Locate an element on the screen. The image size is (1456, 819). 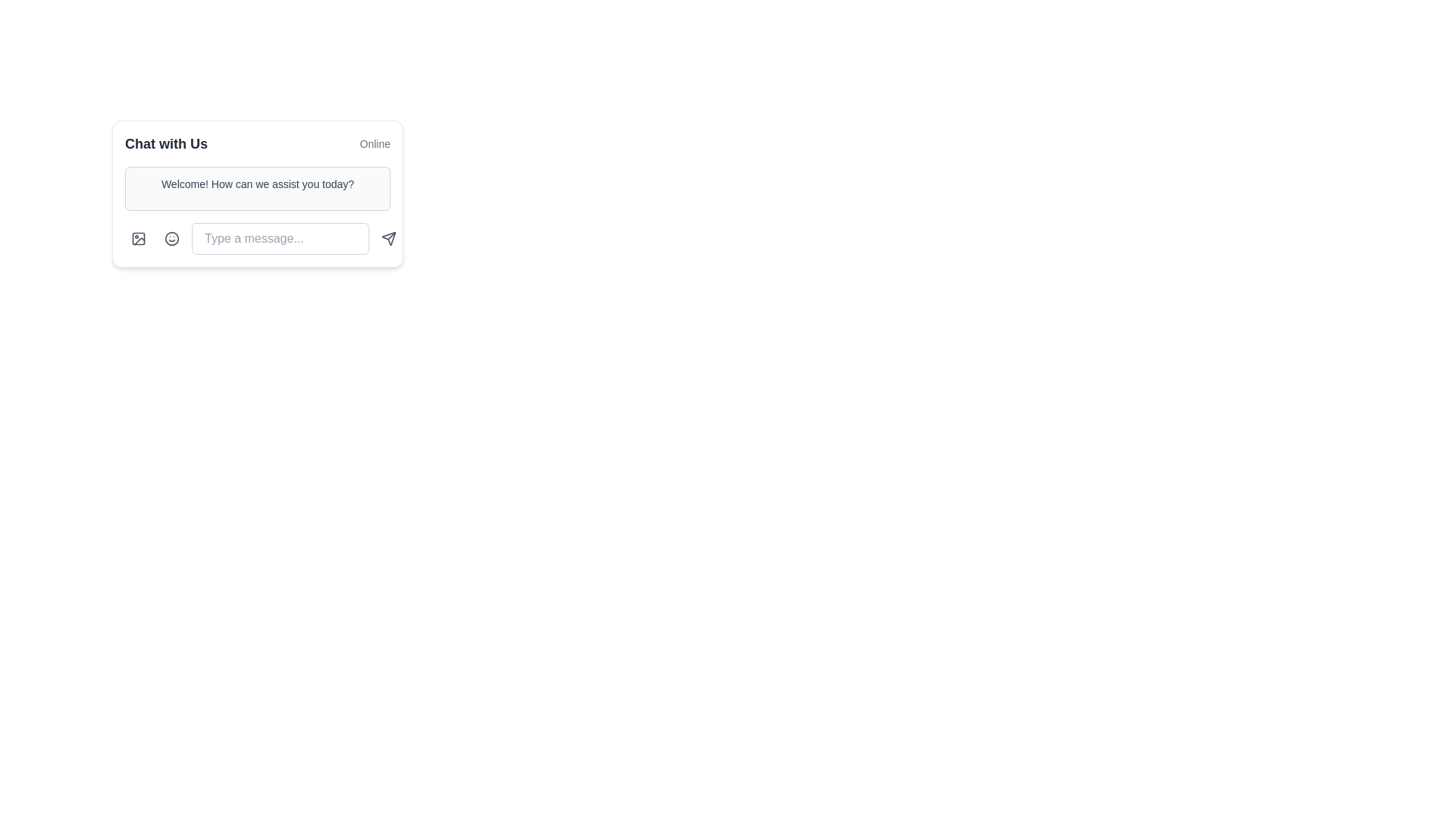
the decorative rounded rectangle component of the SVG icon located in the bottom-right section of the chat widget is located at coordinates (138, 239).